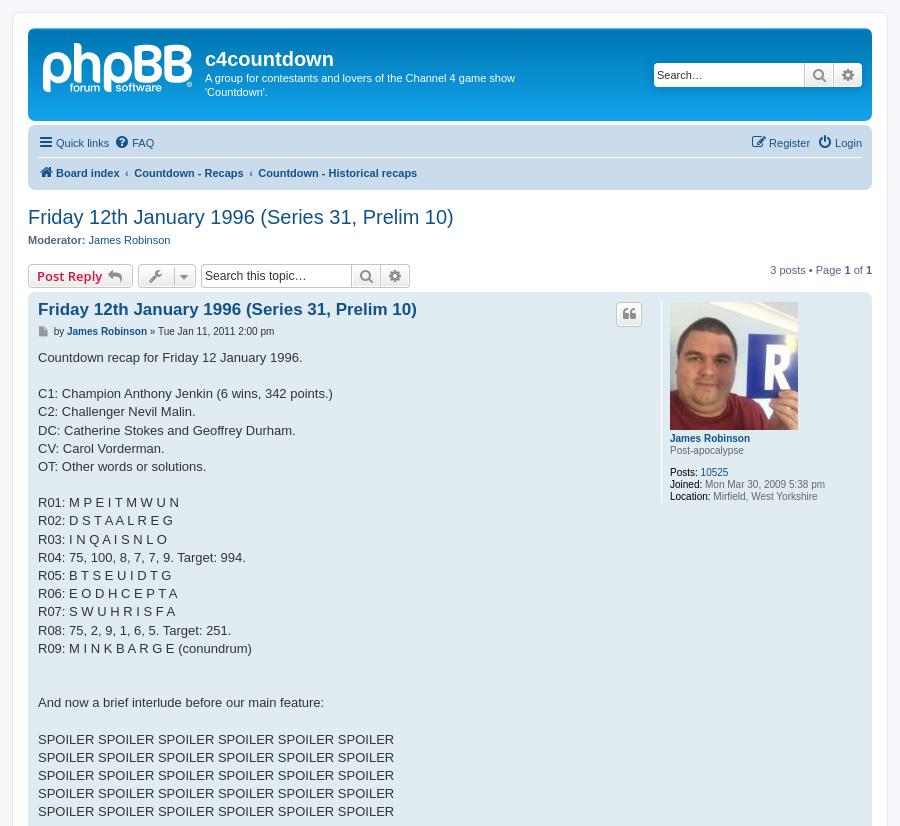 This screenshot has width=900, height=826. Describe the element at coordinates (106, 593) in the screenshot. I see `'R06: E O D H C E P T A'` at that location.